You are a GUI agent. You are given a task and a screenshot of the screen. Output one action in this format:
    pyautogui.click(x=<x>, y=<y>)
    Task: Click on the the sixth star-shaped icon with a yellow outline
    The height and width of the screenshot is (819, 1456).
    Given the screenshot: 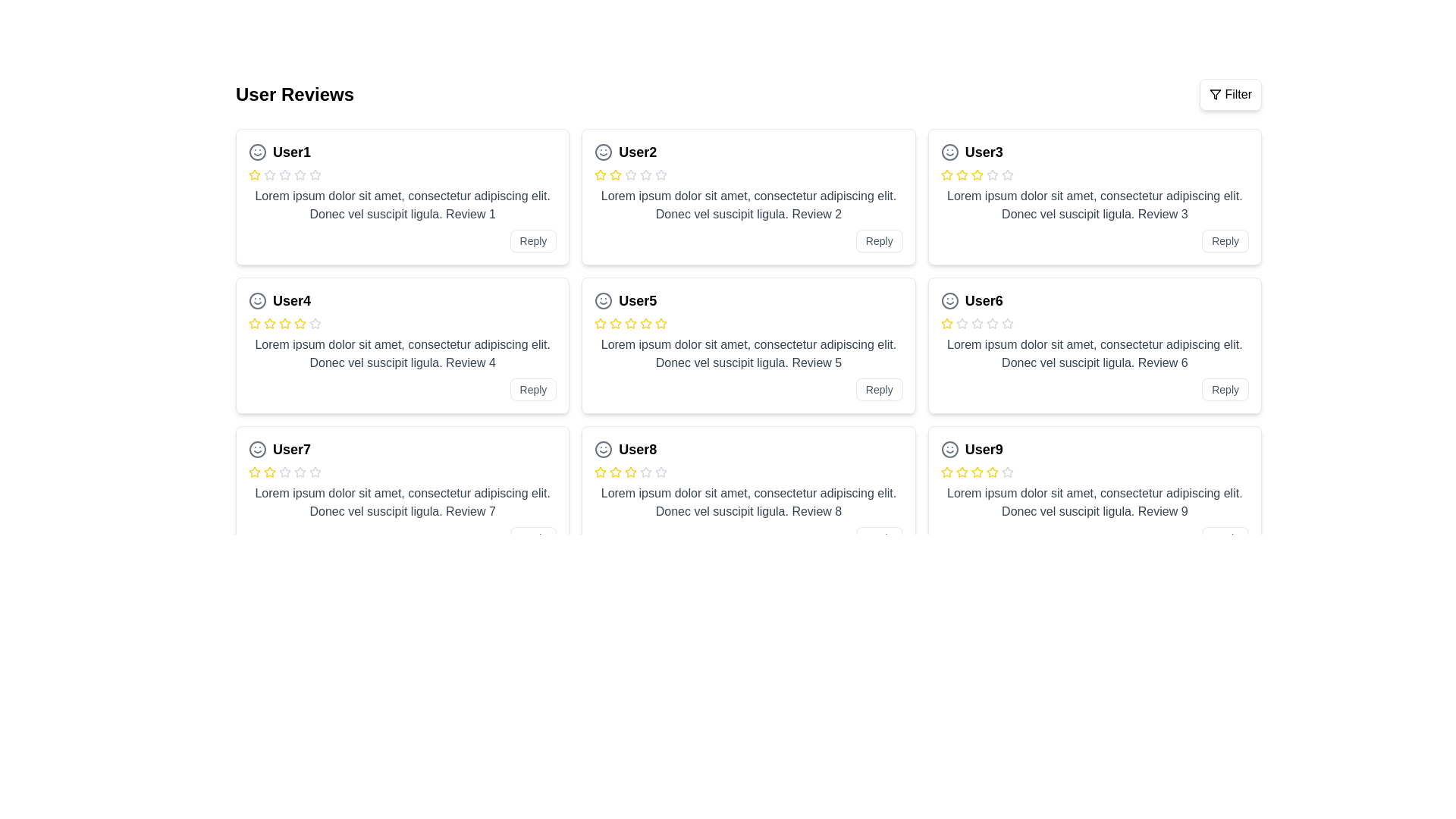 What is the action you would take?
    pyautogui.click(x=300, y=323)
    